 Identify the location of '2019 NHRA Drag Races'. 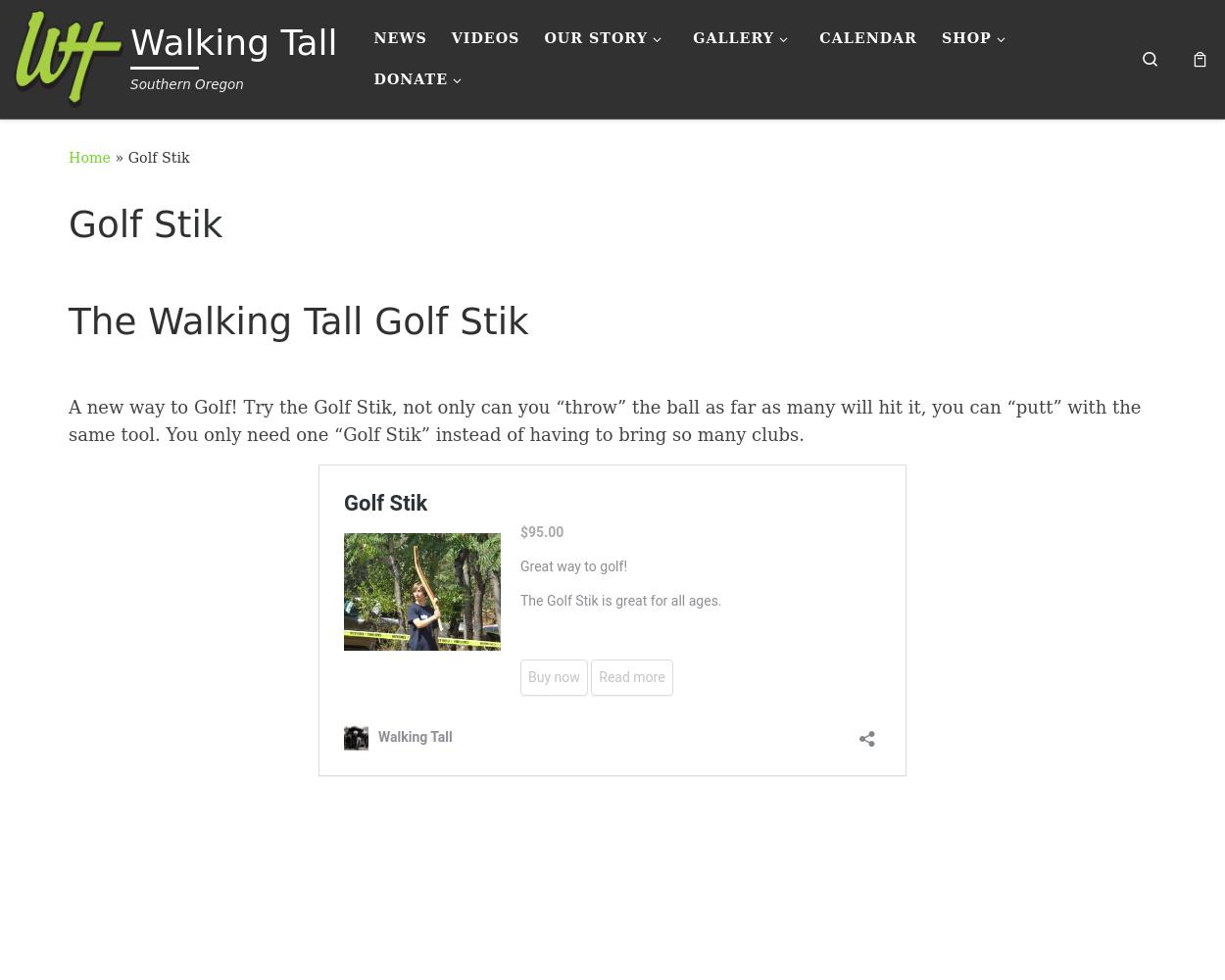
(712, 185).